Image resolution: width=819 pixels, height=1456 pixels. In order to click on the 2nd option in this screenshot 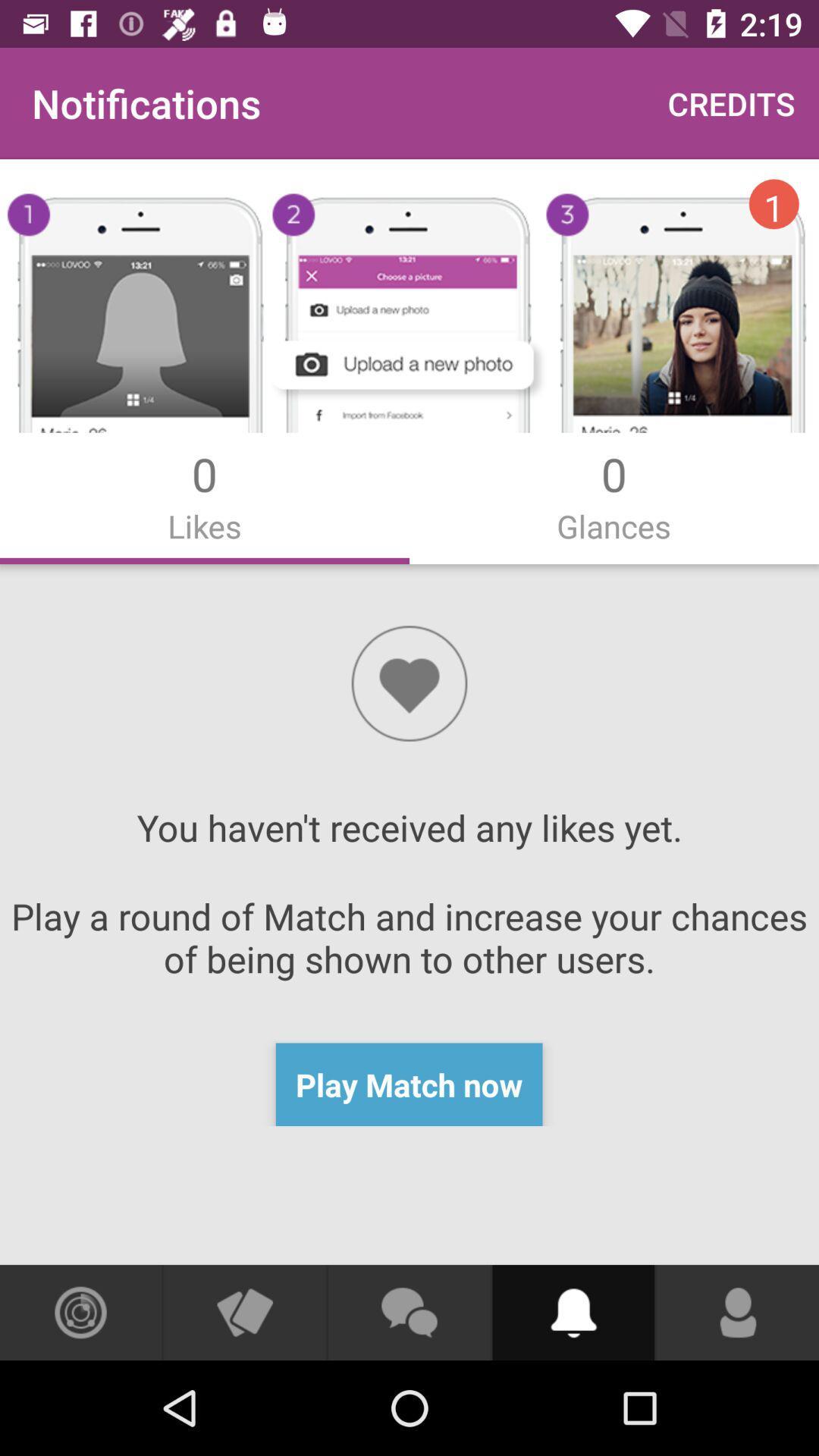, I will do `click(614, 495)`.